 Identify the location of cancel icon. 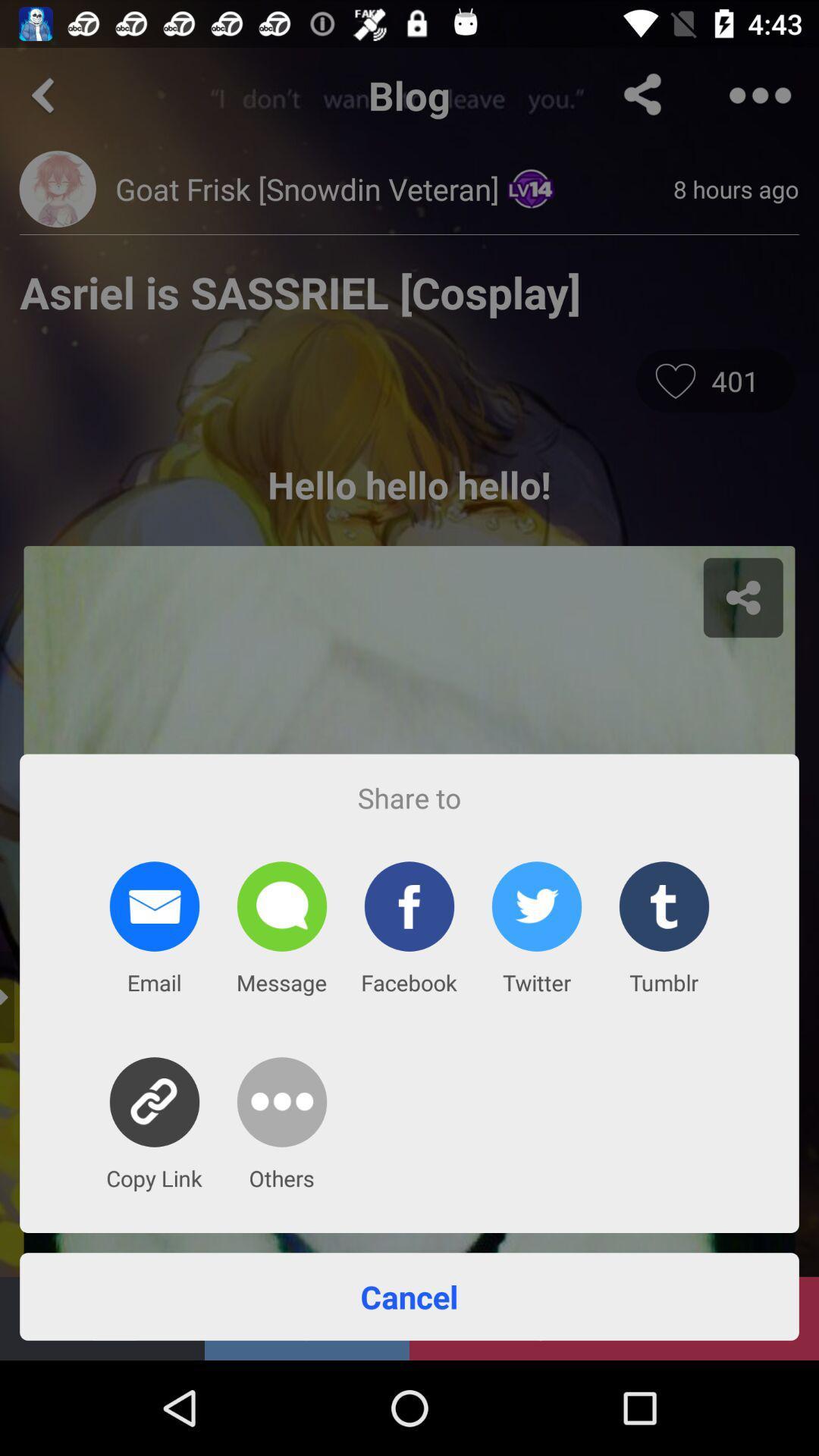
(409, 1295).